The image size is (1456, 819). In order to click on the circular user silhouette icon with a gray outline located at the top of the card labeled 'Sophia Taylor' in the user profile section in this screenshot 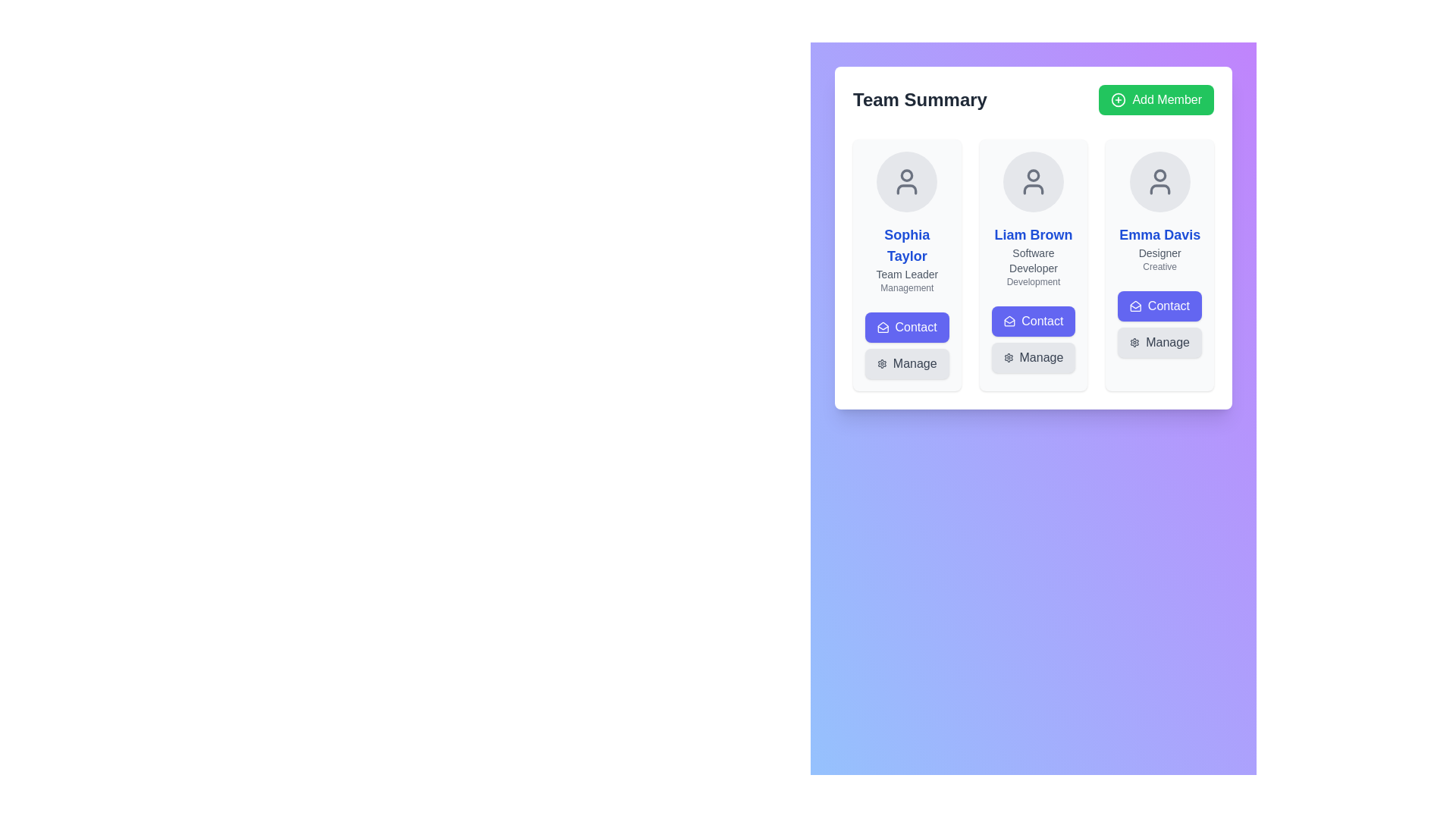, I will do `click(907, 180)`.